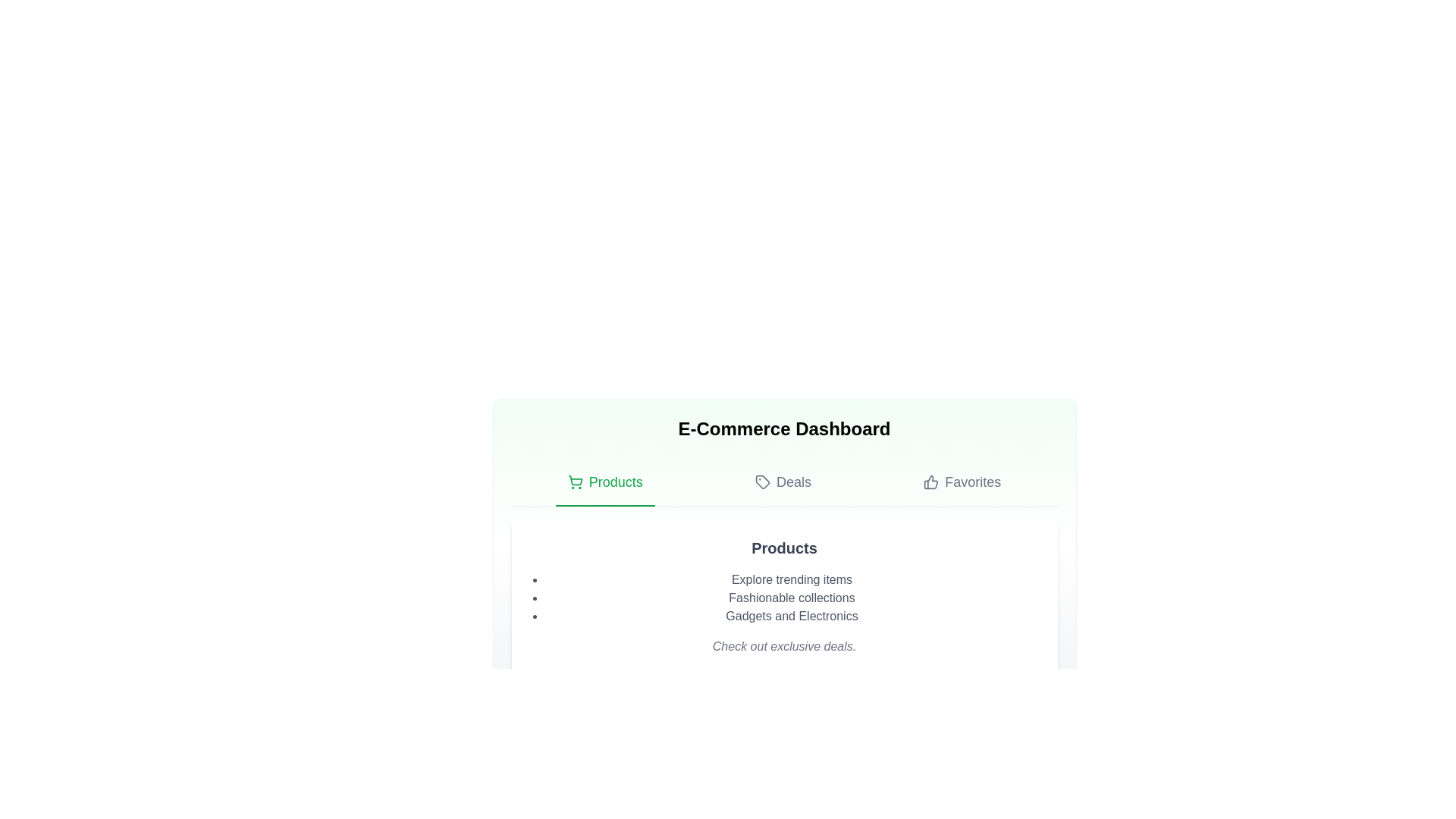 The image size is (1456, 819). What do you see at coordinates (762, 482) in the screenshot?
I see `the 'Deals' icon located in the horizontal navigation bar, which visually represents the 'Deals' section of the application` at bounding box center [762, 482].